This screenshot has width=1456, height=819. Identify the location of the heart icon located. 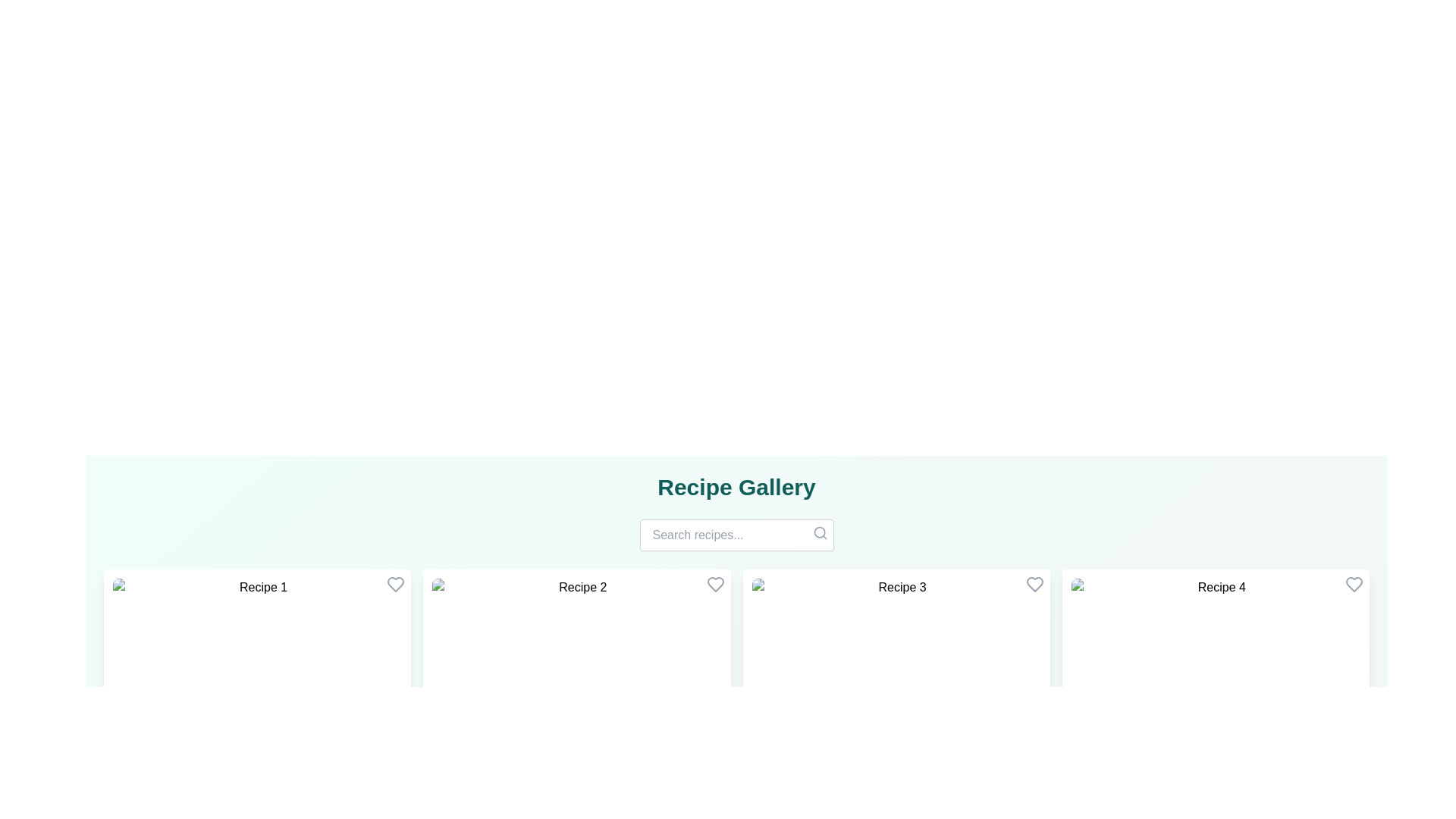
(1034, 584).